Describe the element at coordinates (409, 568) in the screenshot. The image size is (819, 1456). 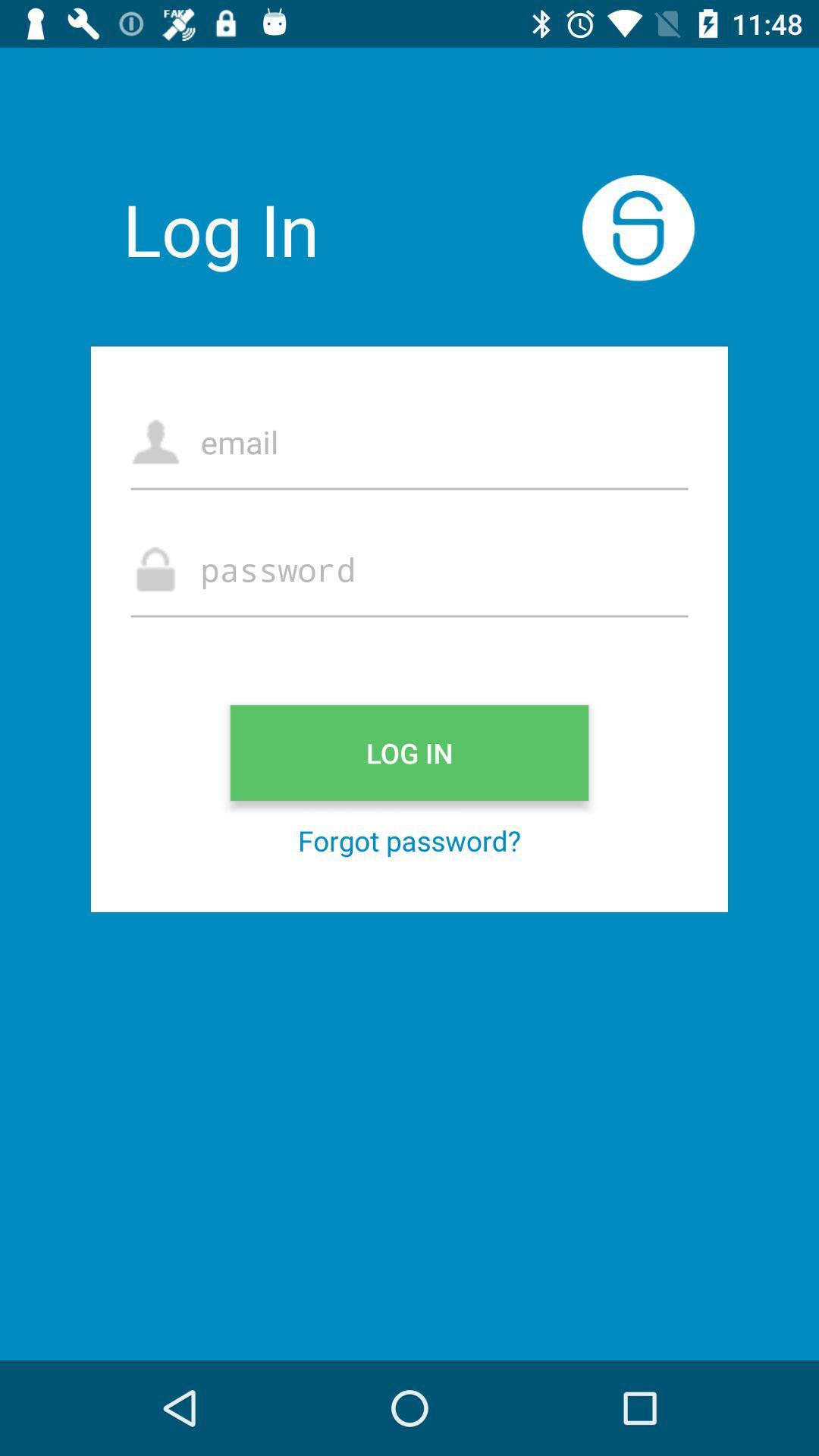
I see `type password` at that location.